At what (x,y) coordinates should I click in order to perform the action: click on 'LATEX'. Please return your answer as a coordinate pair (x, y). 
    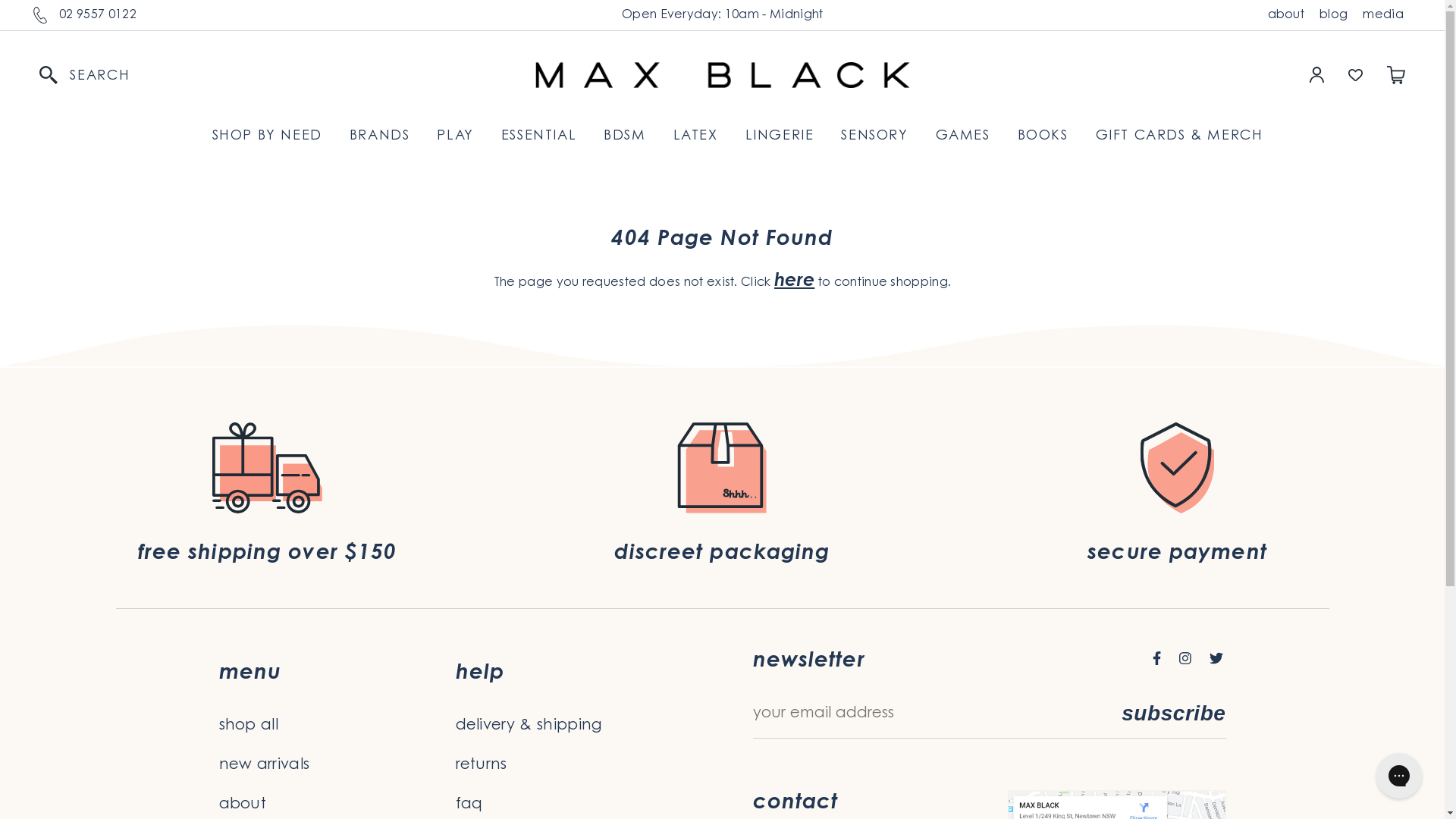
    Looking at the image, I should click on (695, 136).